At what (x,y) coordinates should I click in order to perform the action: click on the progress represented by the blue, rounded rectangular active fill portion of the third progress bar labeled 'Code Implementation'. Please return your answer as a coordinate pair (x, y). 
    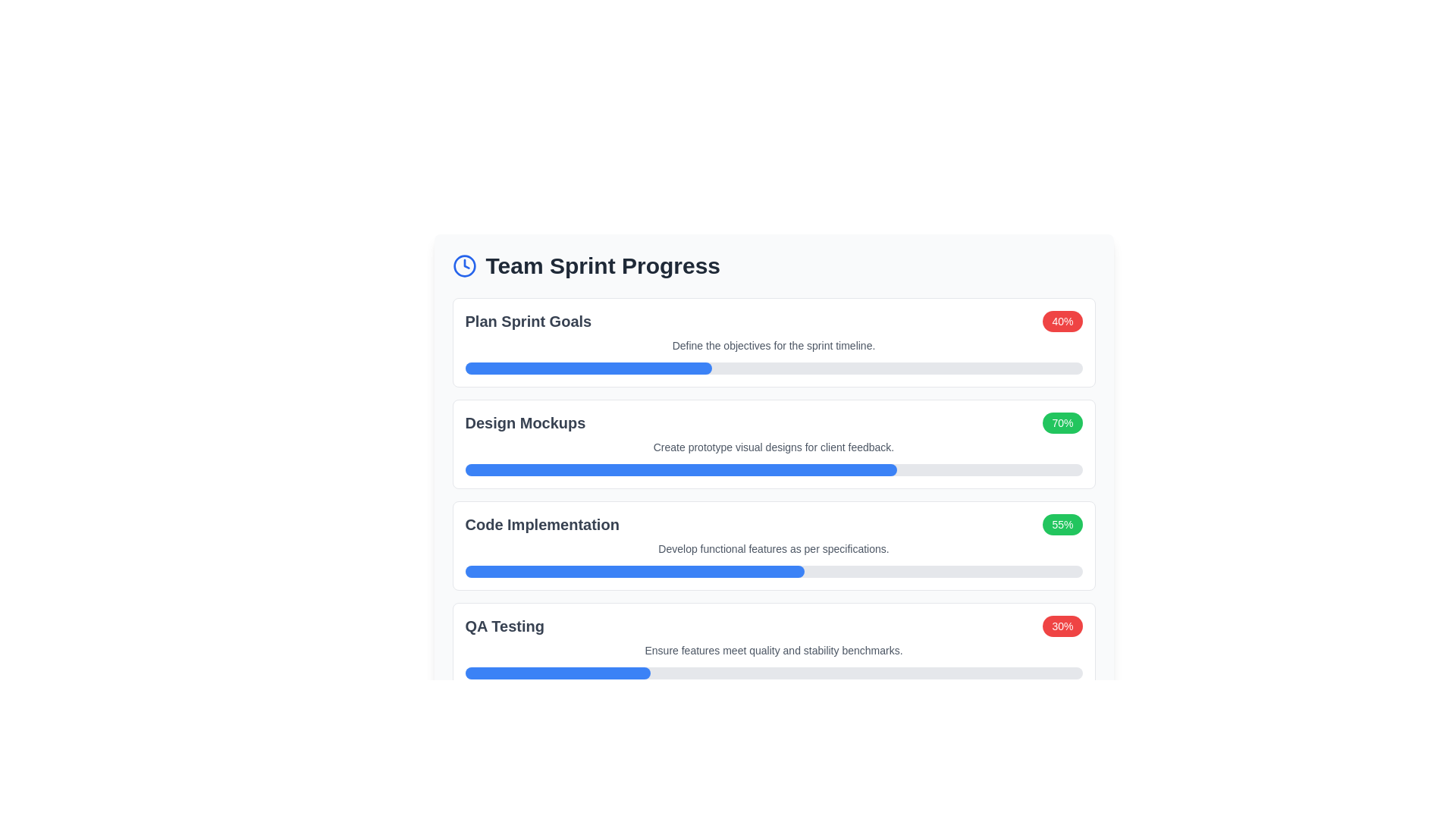
    Looking at the image, I should click on (635, 571).